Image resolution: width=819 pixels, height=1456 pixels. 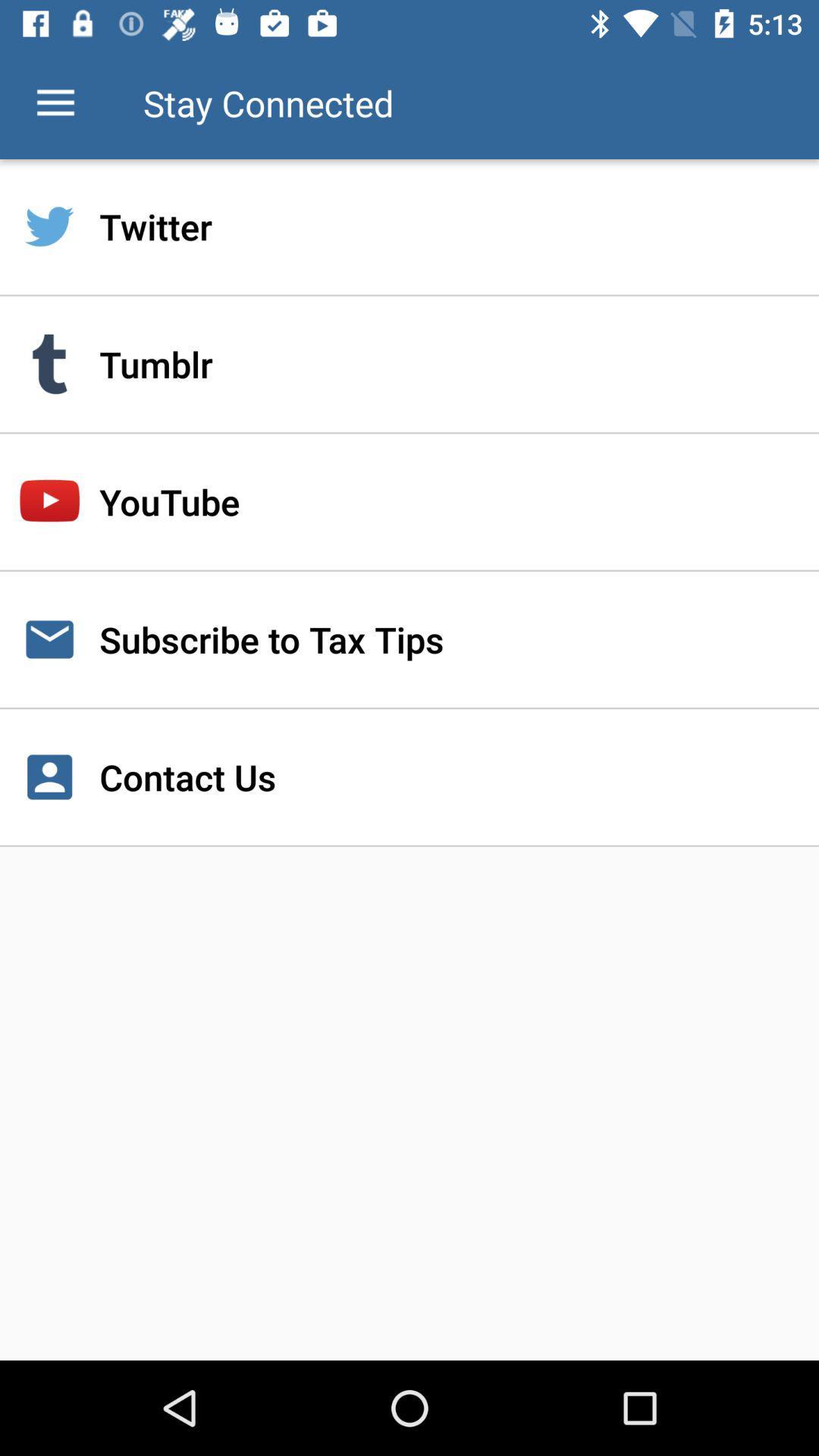 What do you see at coordinates (409, 777) in the screenshot?
I see `the contact us icon` at bounding box center [409, 777].